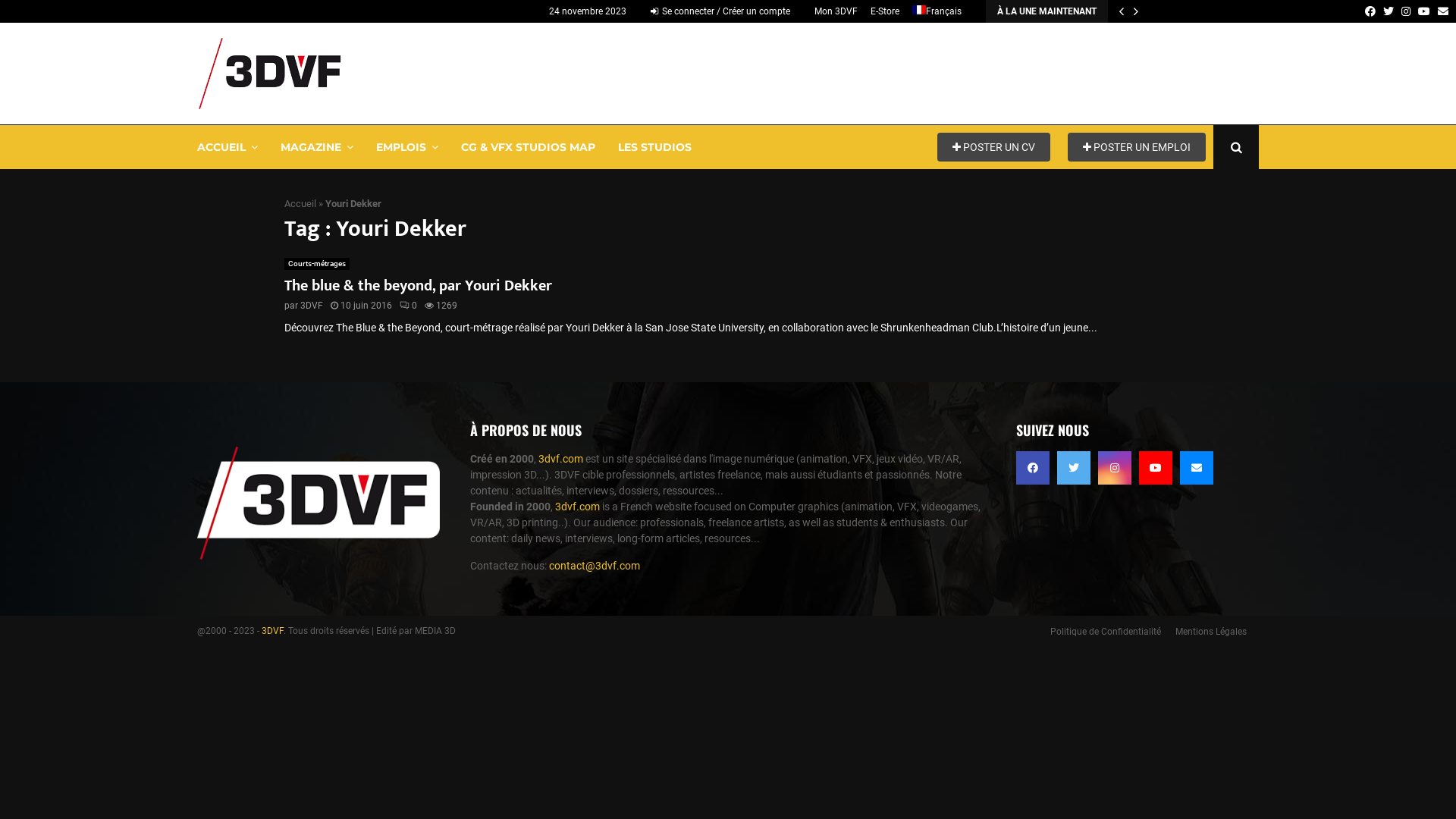  What do you see at coordinates (560, 458) in the screenshot?
I see `'3dvf.com'` at bounding box center [560, 458].